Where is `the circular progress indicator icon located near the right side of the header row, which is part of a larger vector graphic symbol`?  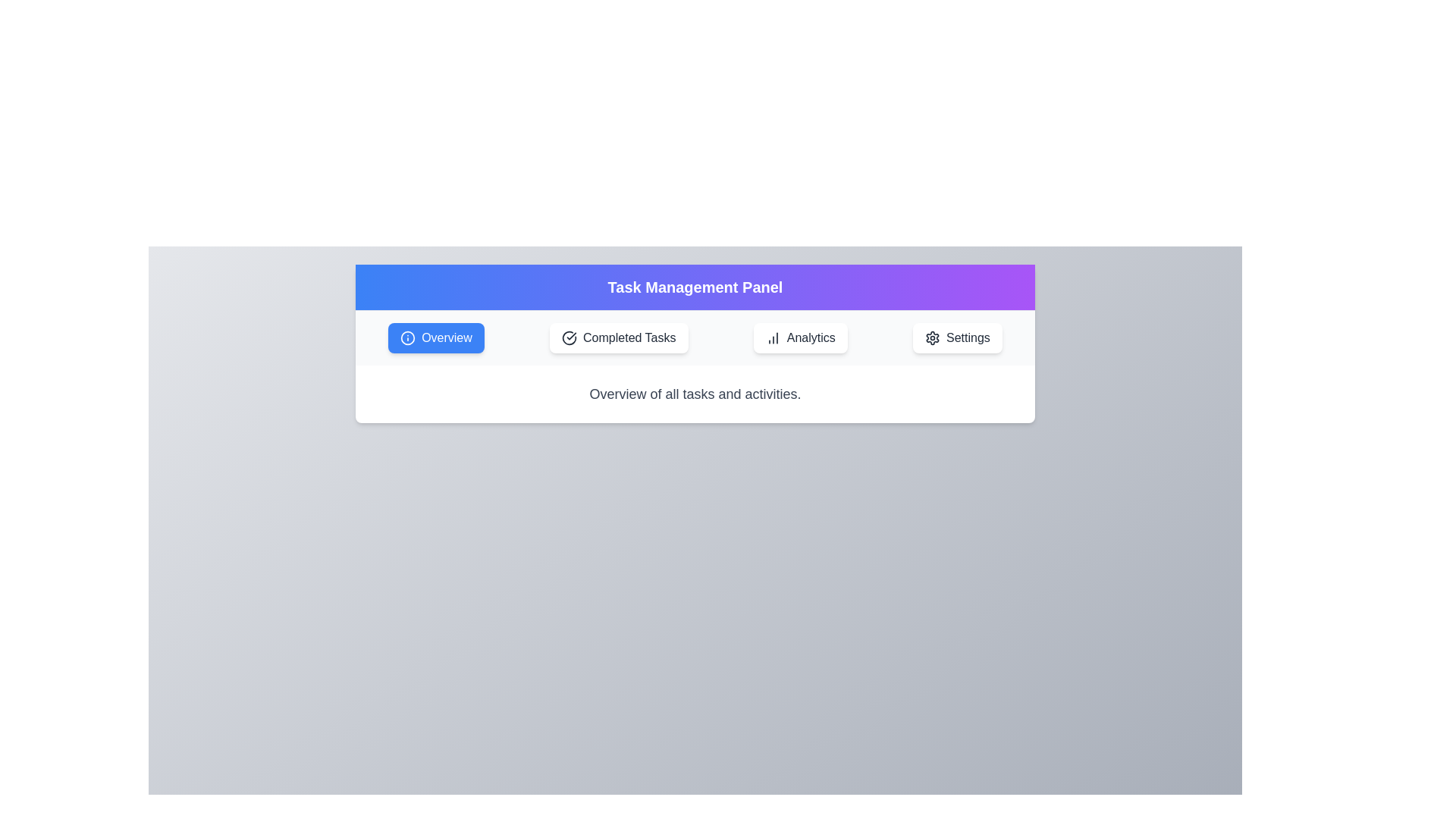 the circular progress indicator icon located near the right side of the header row, which is part of a larger vector graphic symbol is located at coordinates (569, 337).